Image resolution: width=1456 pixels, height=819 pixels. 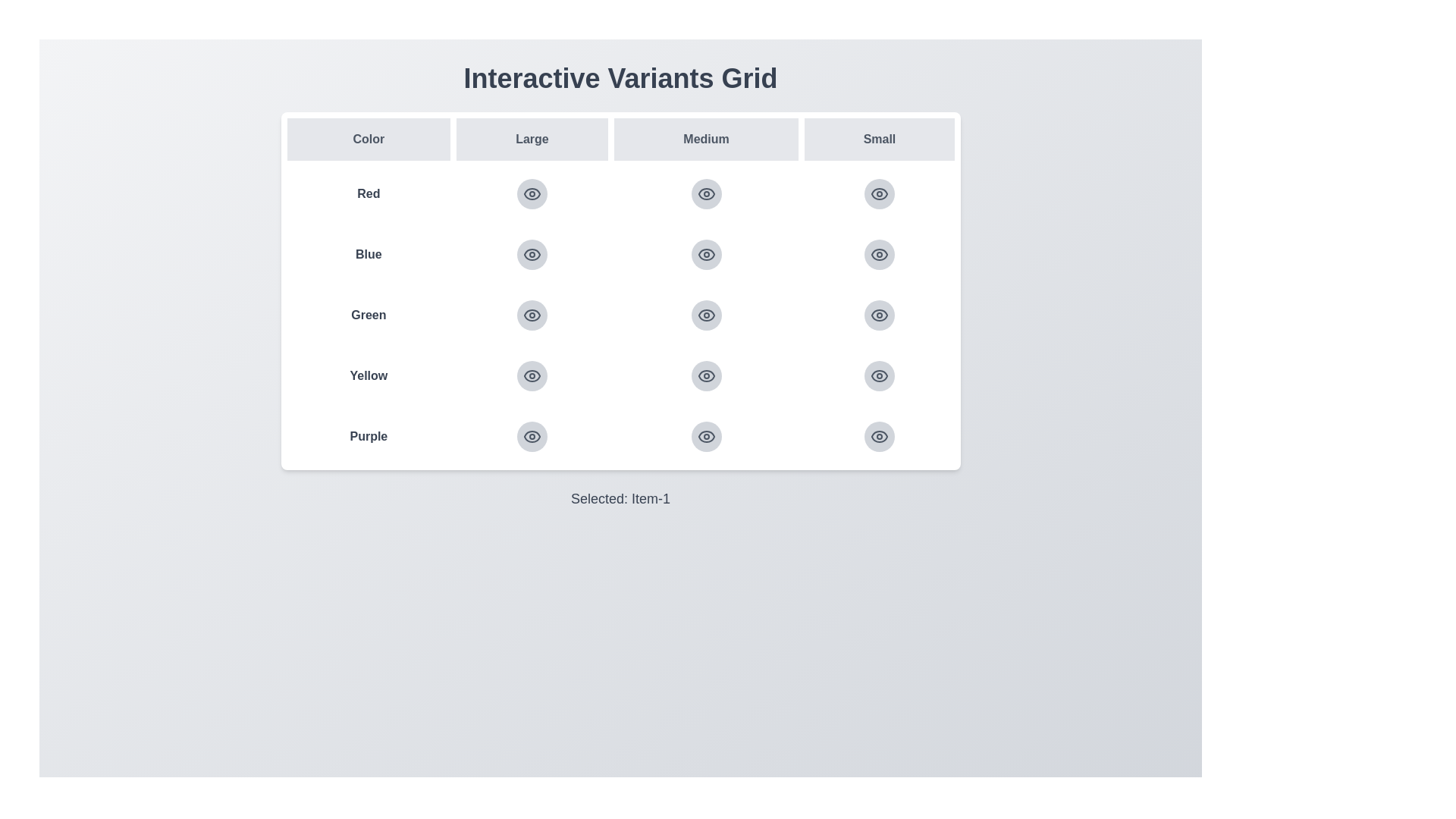 What do you see at coordinates (705, 375) in the screenshot?
I see `the button with an icon located in the fourth row labeled 'Yellow' and third column labeled 'Medium'` at bounding box center [705, 375].